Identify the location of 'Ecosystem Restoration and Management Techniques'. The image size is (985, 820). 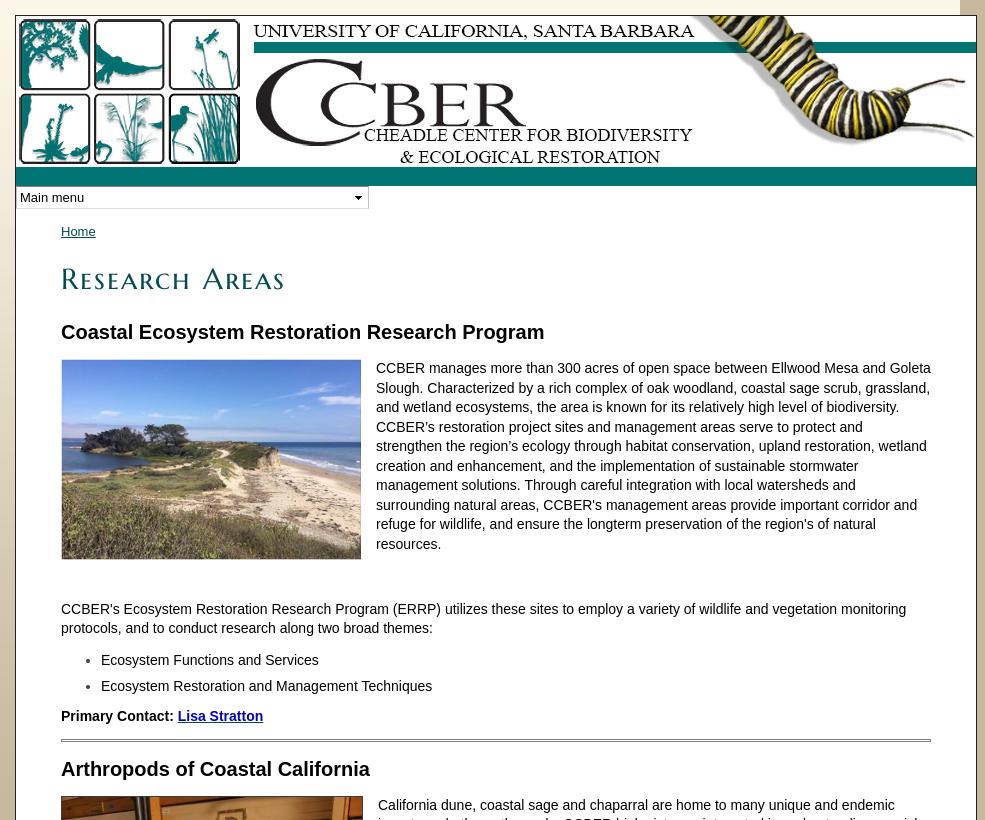
(265, 685).